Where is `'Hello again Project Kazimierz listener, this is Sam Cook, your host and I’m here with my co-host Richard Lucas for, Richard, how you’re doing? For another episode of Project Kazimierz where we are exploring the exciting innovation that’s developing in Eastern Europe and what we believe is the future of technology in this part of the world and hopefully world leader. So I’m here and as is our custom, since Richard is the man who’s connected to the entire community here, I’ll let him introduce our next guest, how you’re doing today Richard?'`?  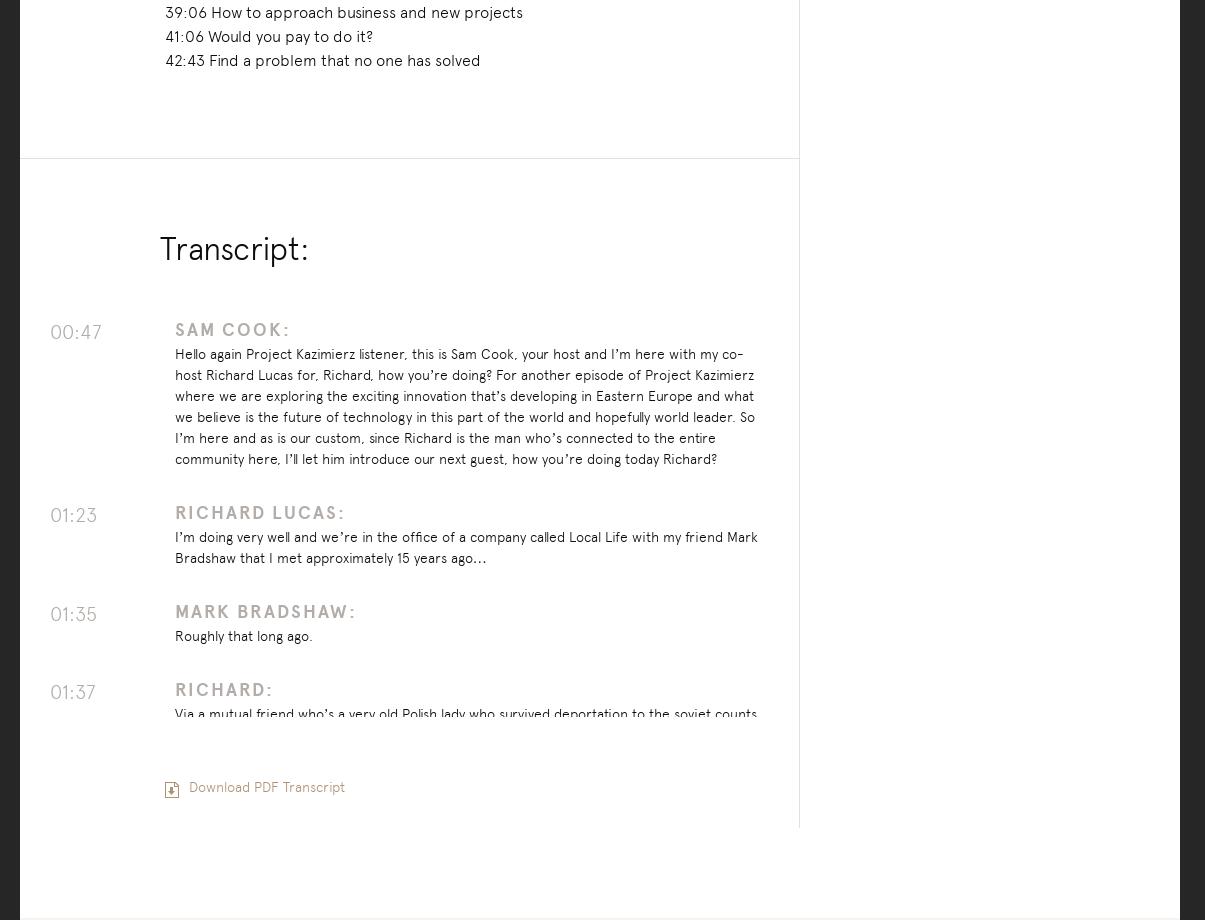
'Hello again Project Kazimierz listener, this is Sam Cook, your host and I’m here with my co-host Richard Lucas for, Richard, how you’re doing? For another episode of Project Kazimierz where we are exploring the exciting innovation that’s developing in Eastern Europe and what we believe is the future of technology in this part of the world and hopefully world leader. So I’m here and as is our custom, since Richard is the man who’s connected to the entire community here, I’ll let him introduce our next guest, how you’re doing today Richard?' is located at coordinates (463, 404).